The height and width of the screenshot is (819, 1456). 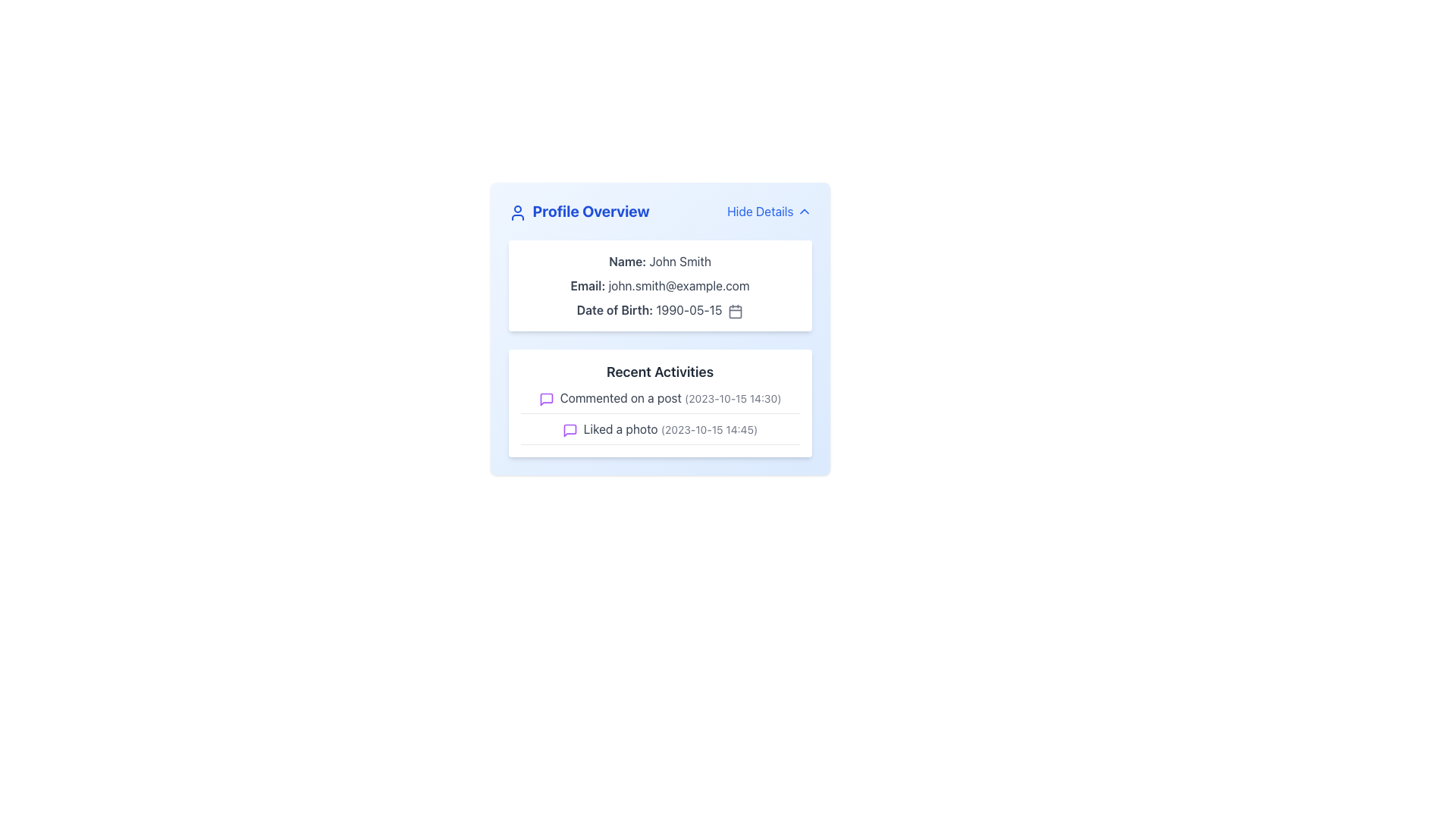 I want to click on the text label displaying the user's name 'John Smith', which is located at the top of a white card with rounded corners, so click(x=660, y=260).